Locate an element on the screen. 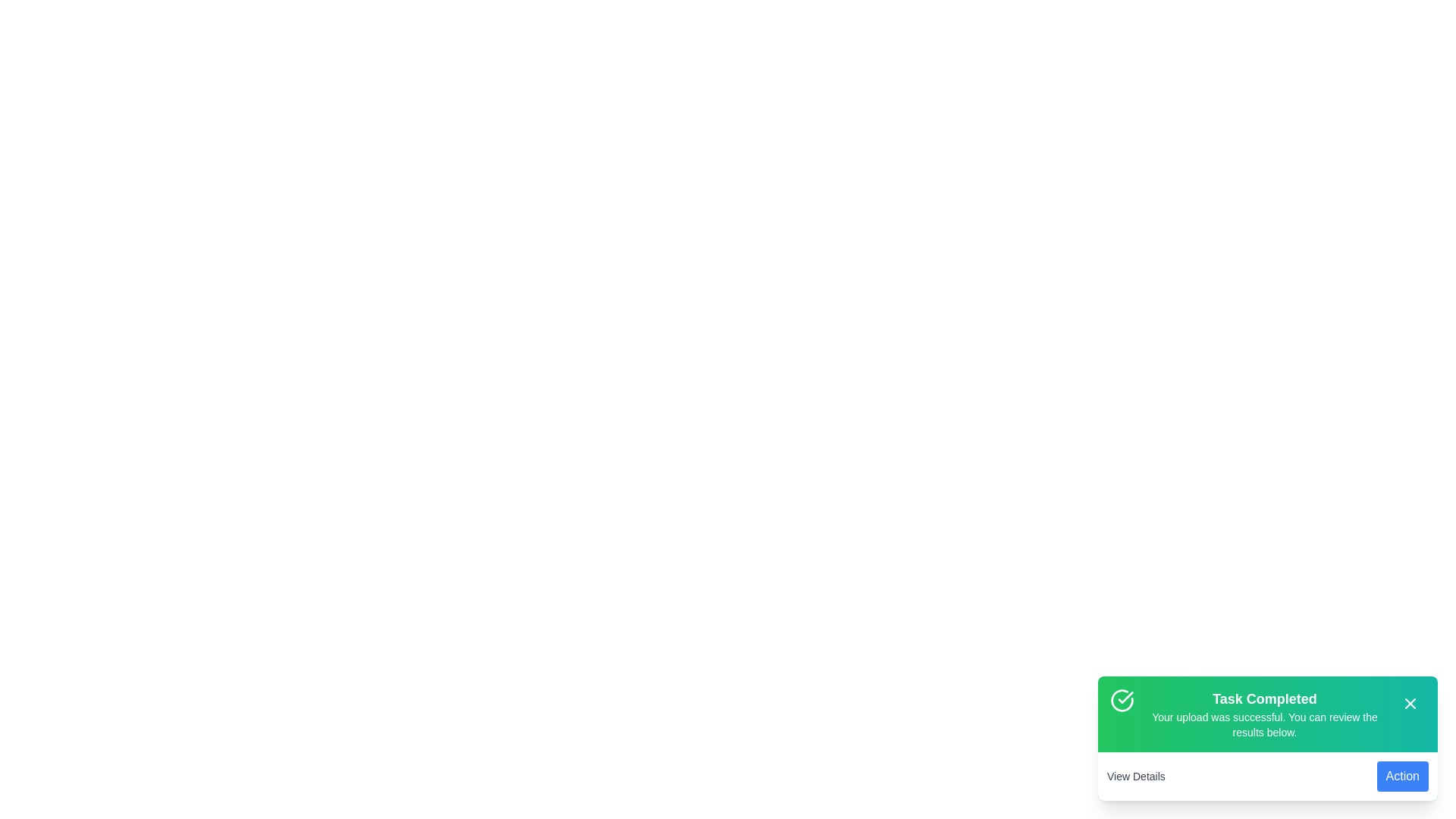 This screenshot has height=819, width=1456. the 'Action' button to execute the secondary action is located at coordinates (1401, 776).